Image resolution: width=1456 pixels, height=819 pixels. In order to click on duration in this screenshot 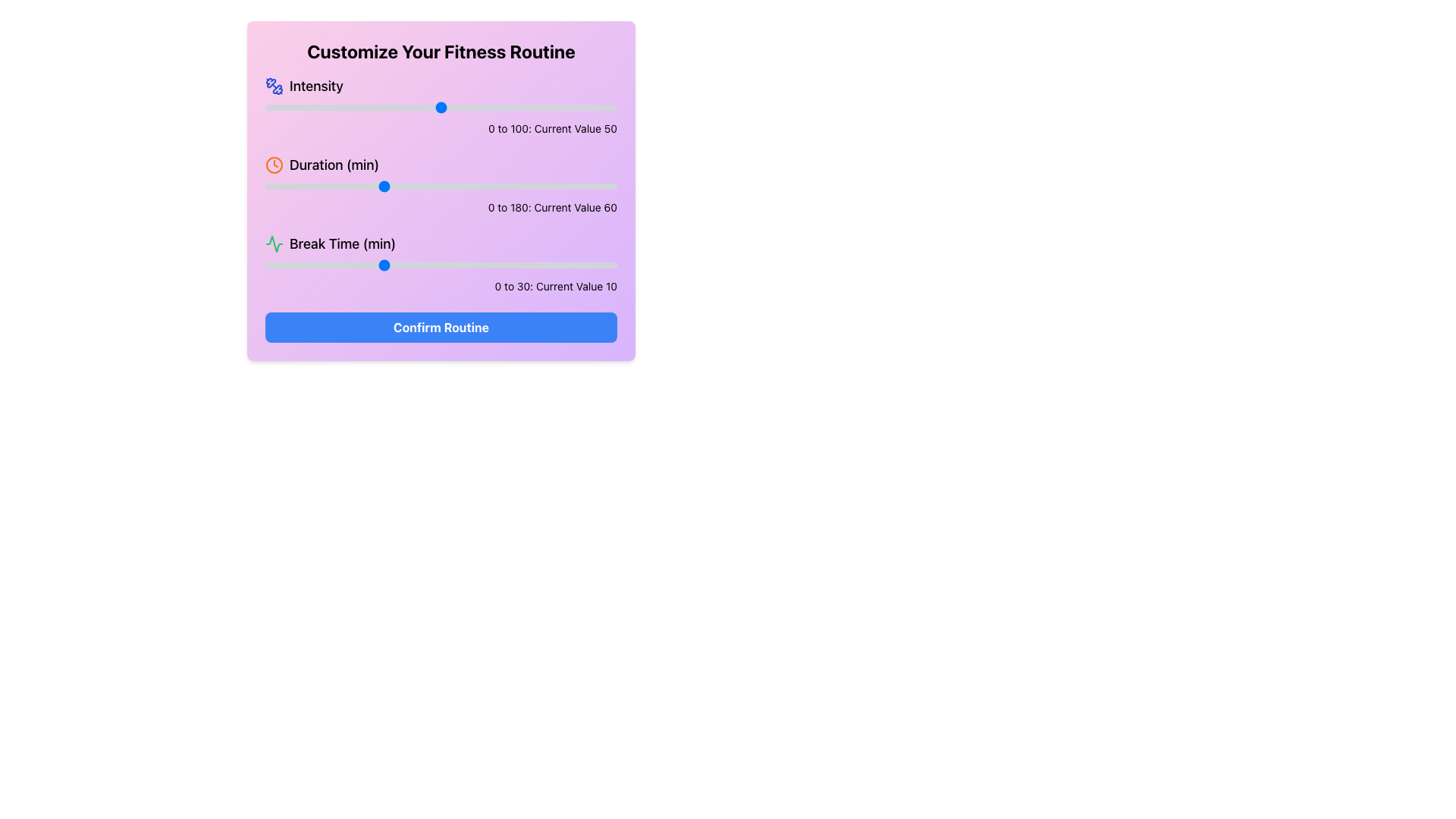, I will do `click(472, 186)`.